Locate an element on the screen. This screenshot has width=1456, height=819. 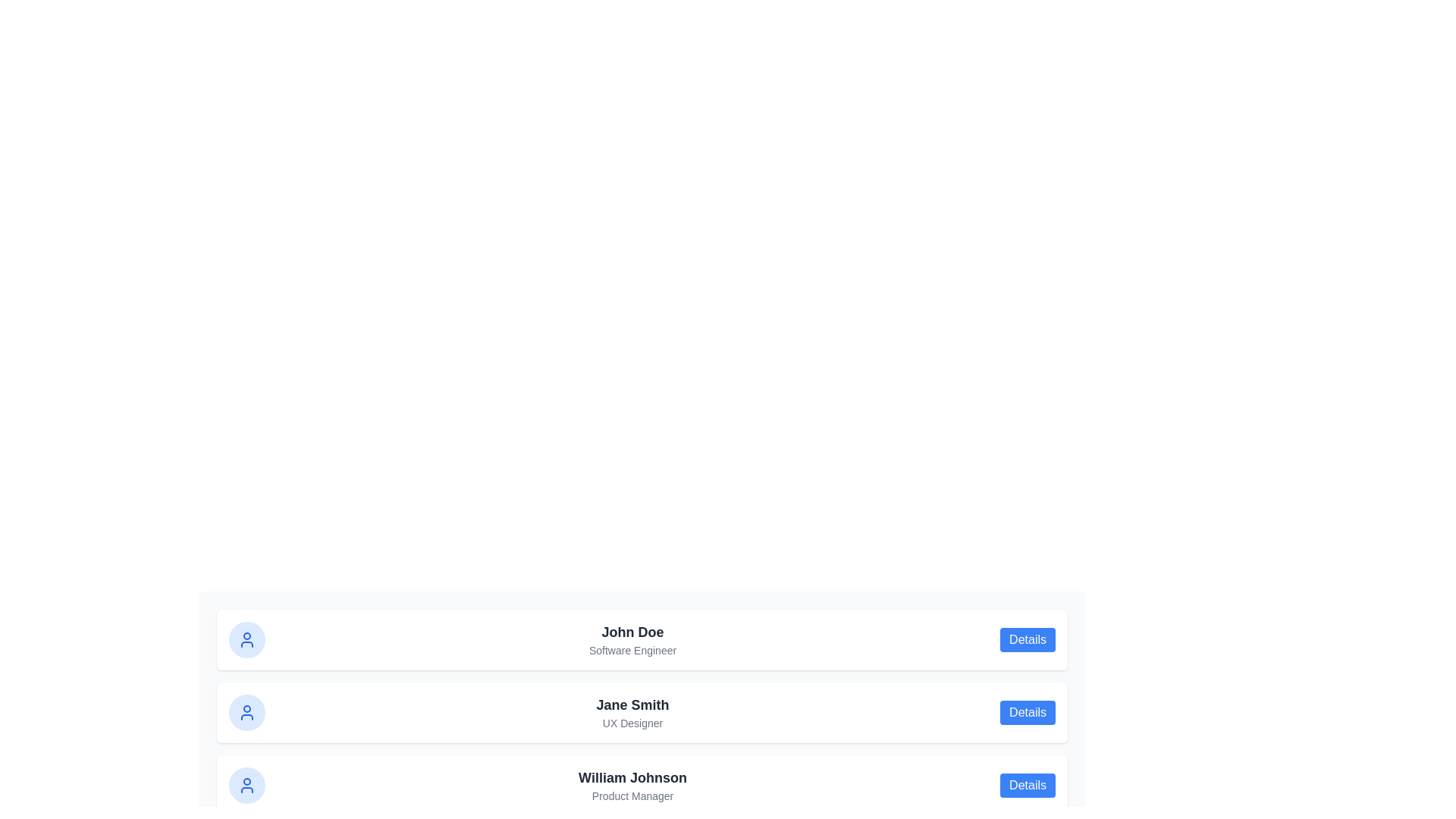
the circular user profile icon with a light blue background located to the left of the name 'William Johnson, Product Manager.' is located at coordinates (247, 785).